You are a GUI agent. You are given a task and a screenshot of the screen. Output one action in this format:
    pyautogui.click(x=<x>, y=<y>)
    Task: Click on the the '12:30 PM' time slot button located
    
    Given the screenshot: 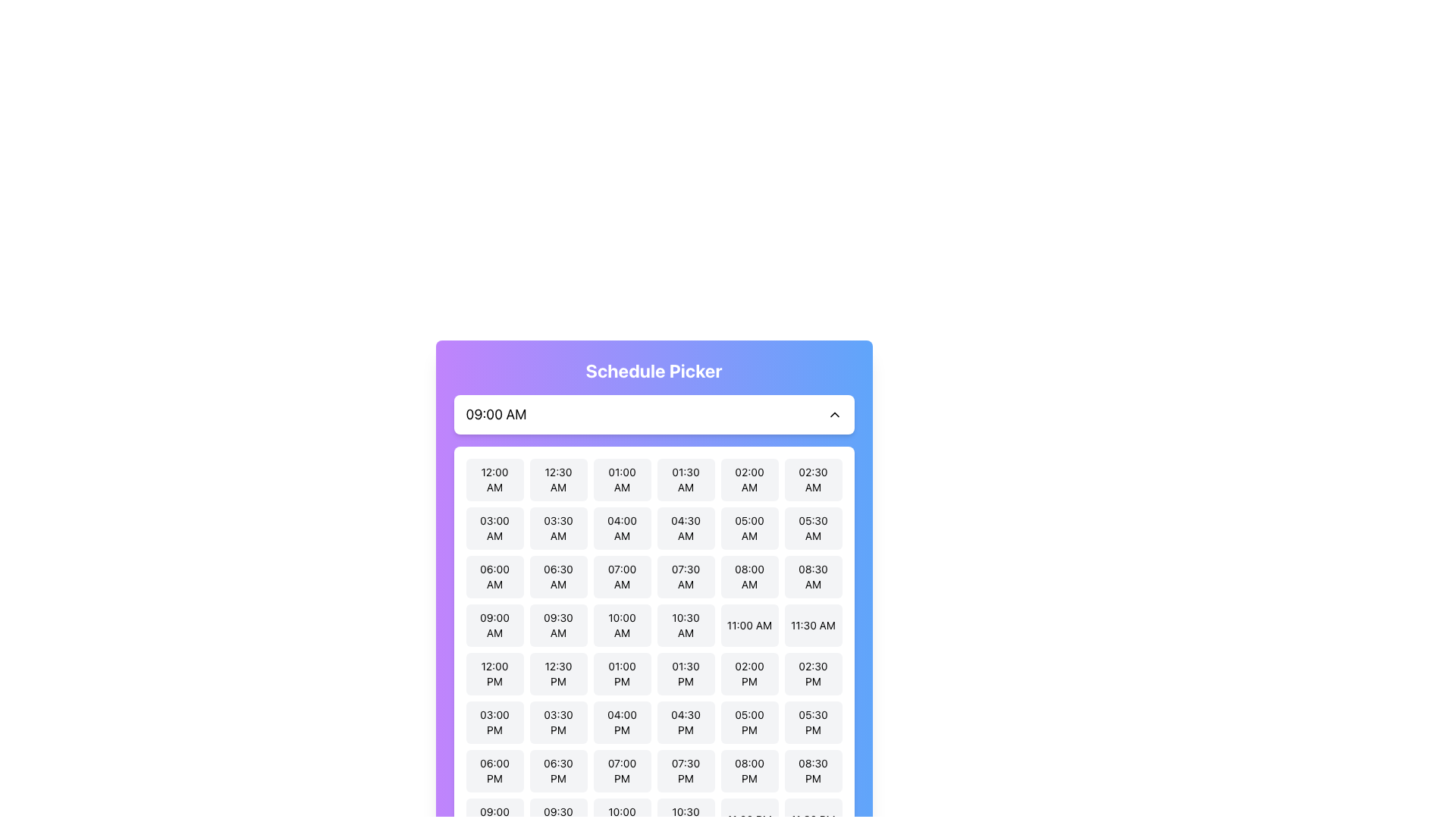 What is the action you would take?
    pyautogui.click(x=557, y=673)
    